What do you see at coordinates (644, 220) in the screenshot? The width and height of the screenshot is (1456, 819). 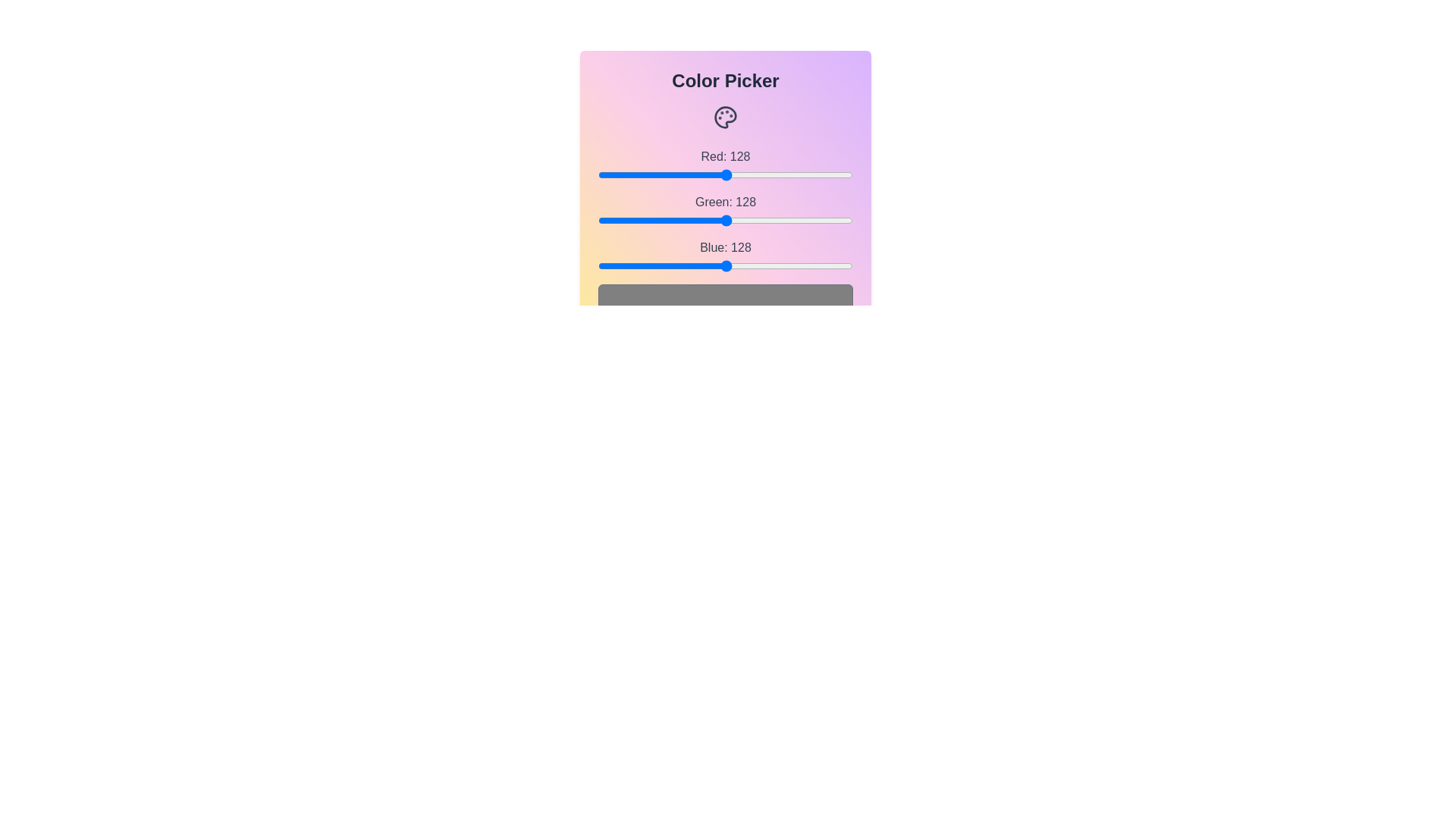 I see `the green slider to set the green channel value to 46` at bounding box center [644, 220].